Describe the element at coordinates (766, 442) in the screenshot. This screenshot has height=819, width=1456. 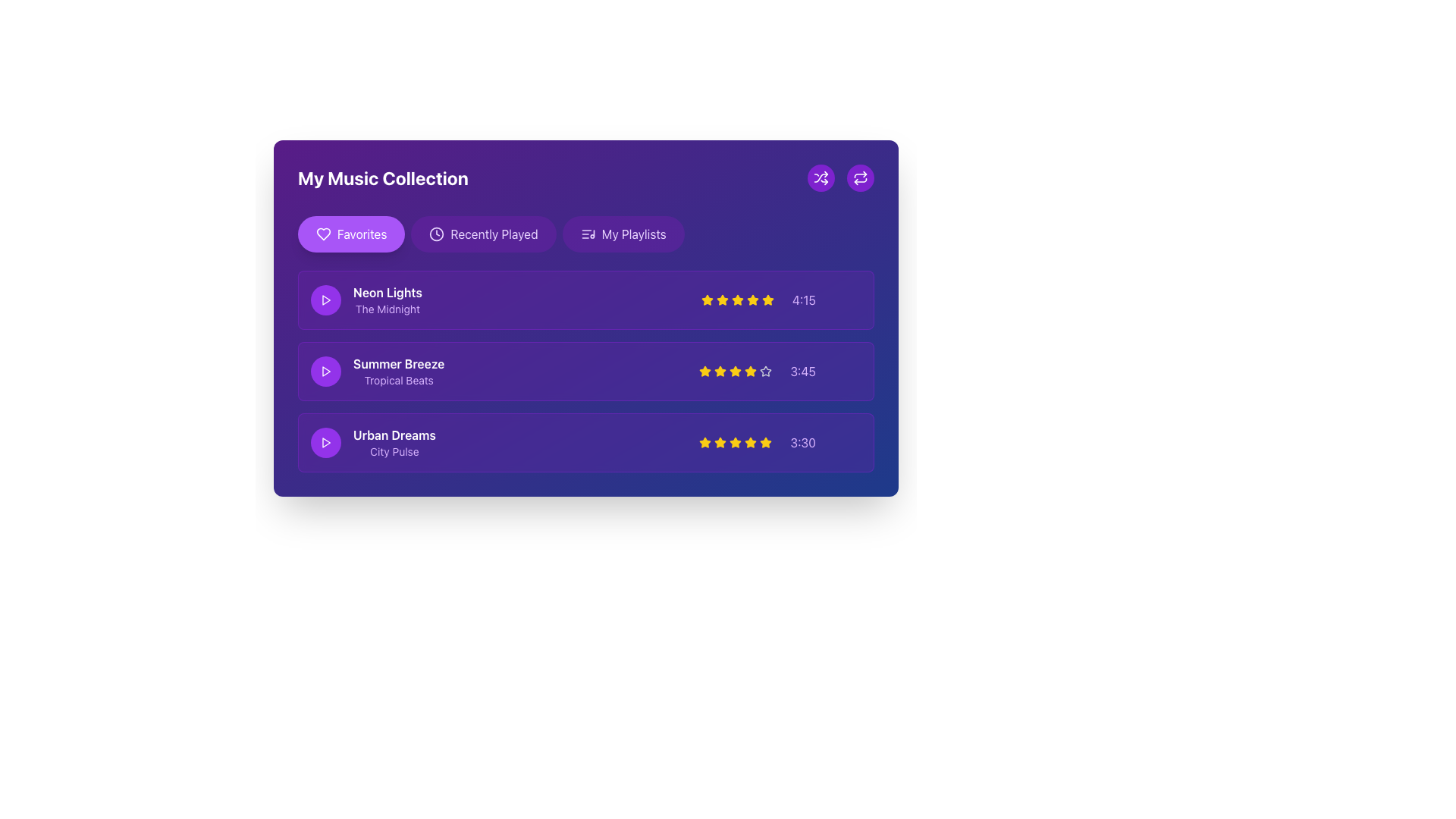
I see `the fifth yellow star icon for rating in the third song entry titled 'Urban Dreams' to rate it` at that location.